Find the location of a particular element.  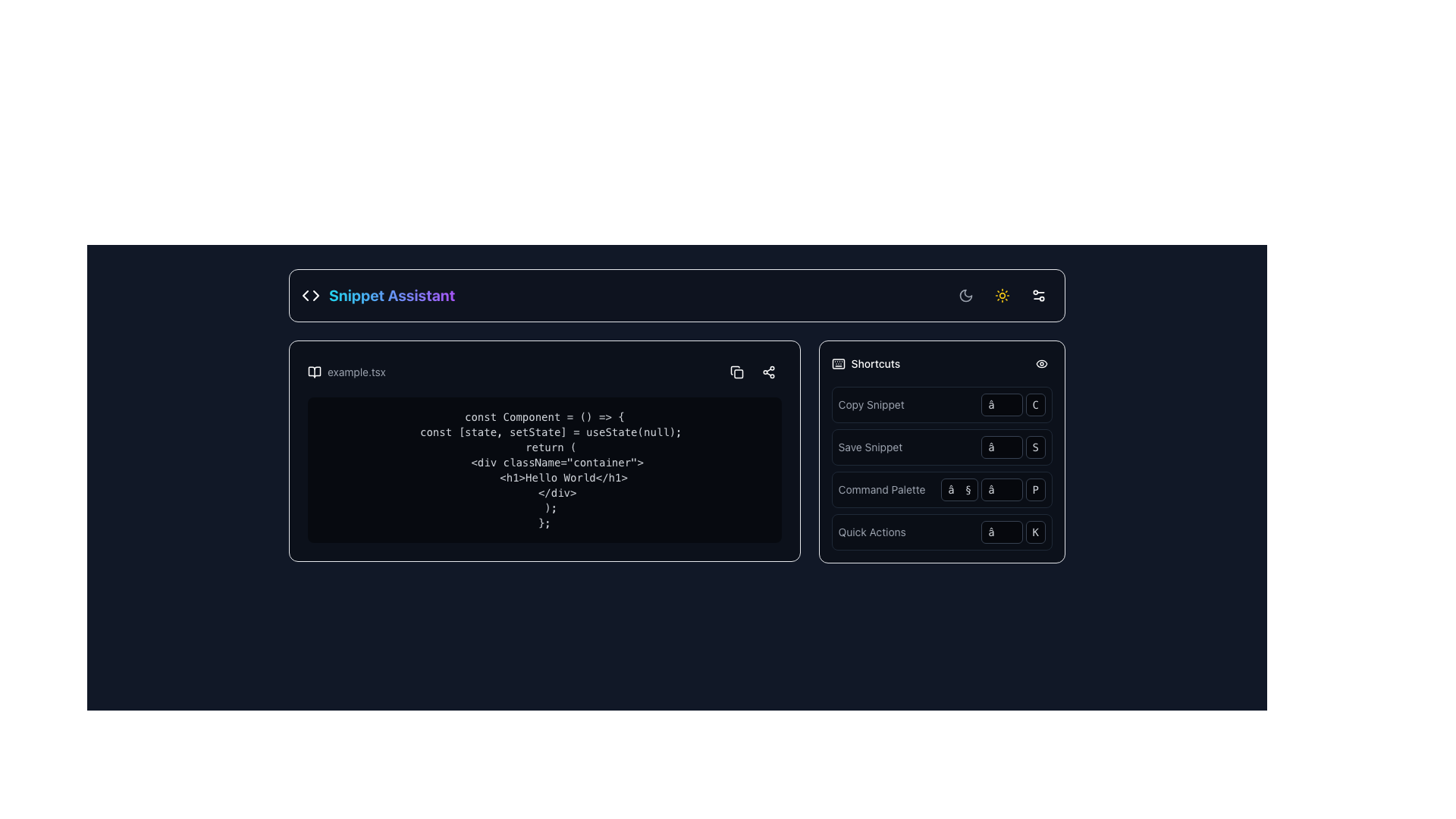

the text label reading 'Quick Actions' which is styled in a small, light gray font against a dark background, located near the bottom-right corner of the interface is located at coordinates (872, 532).